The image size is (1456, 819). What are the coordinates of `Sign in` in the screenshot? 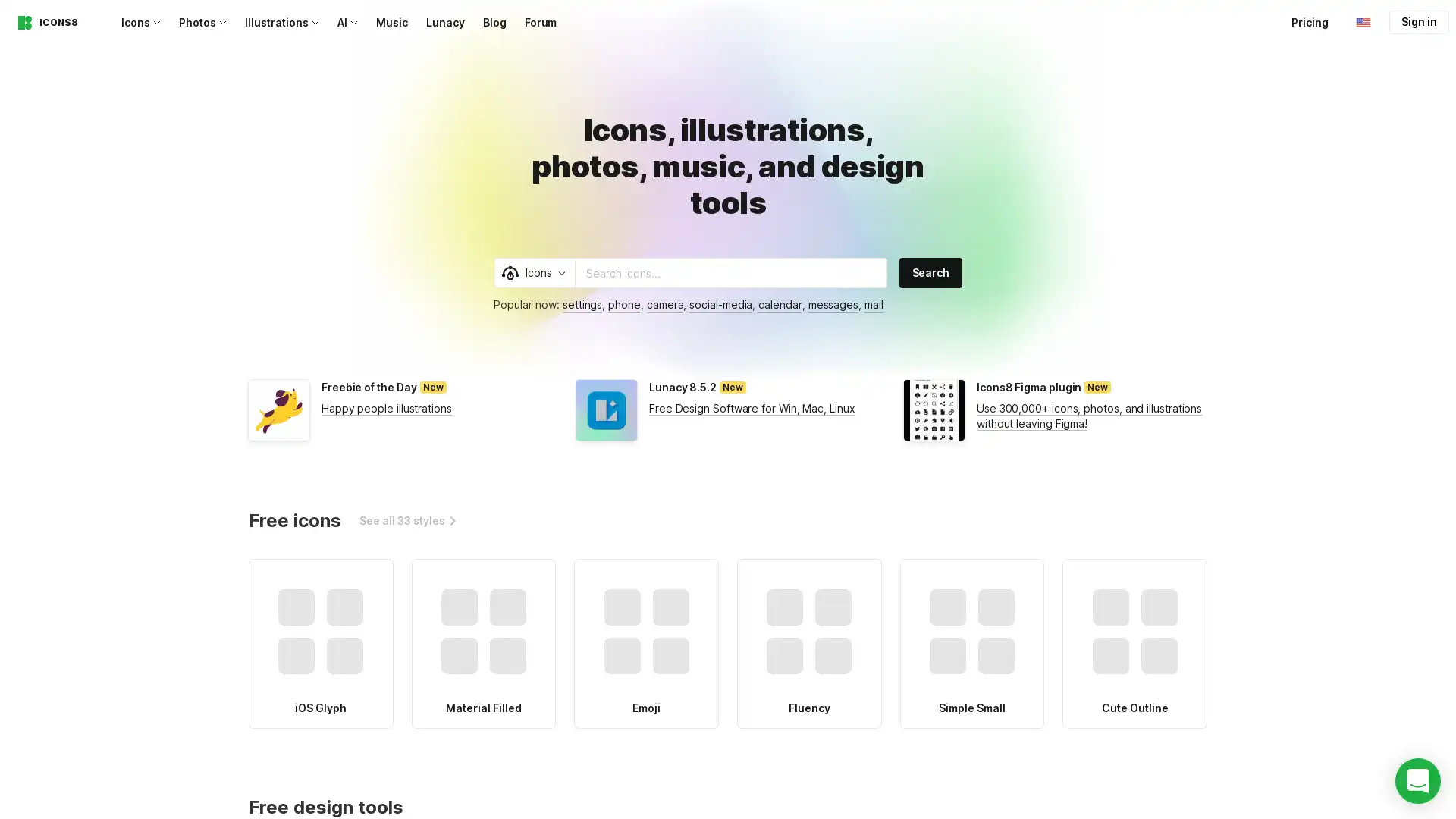 It's located at (1418, 22).